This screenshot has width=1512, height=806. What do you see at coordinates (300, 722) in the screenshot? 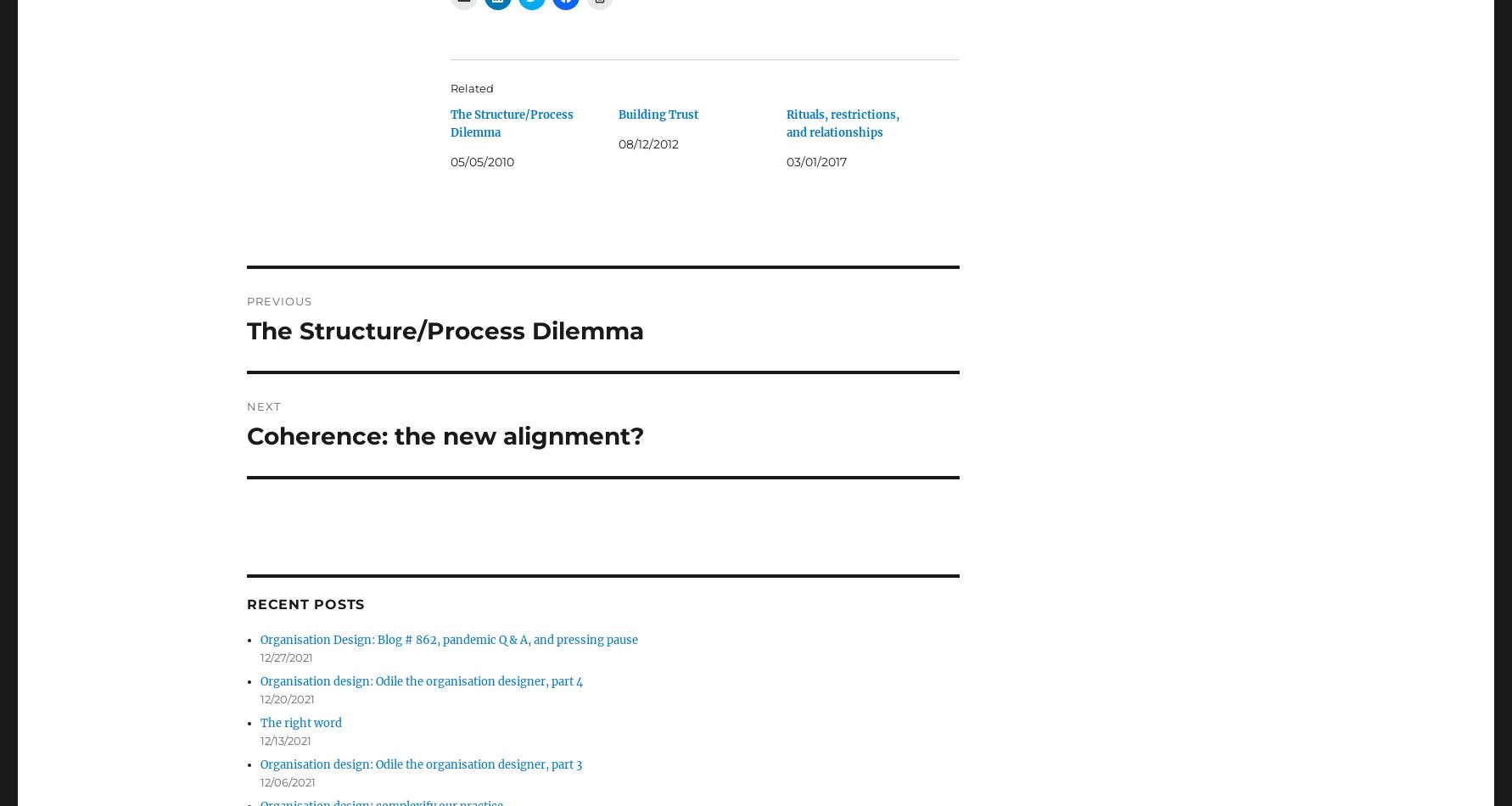
I see `'The right word'` at bounding box center [300, 722].